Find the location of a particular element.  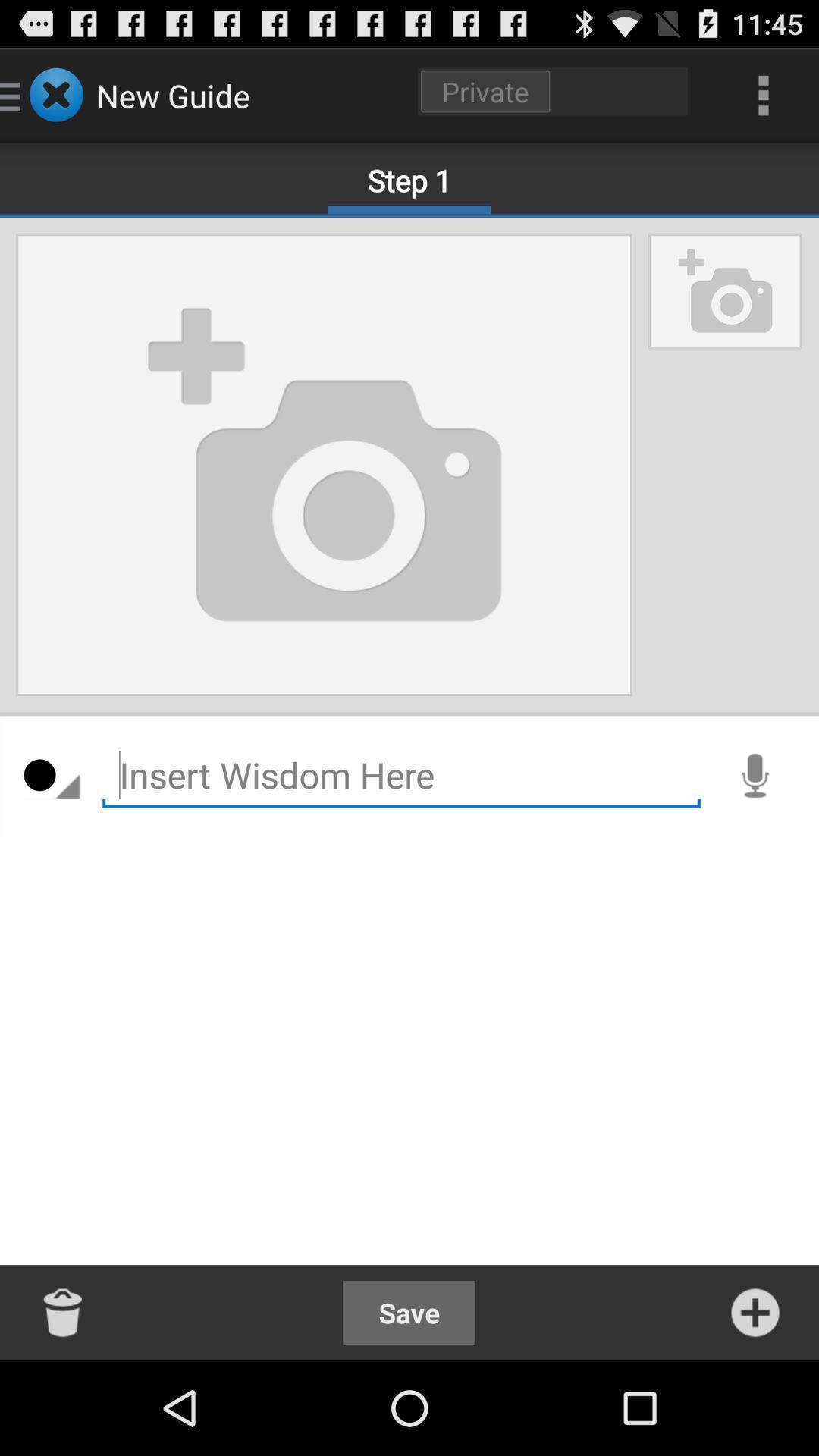

insert caption is located at coordinates (400, 775).